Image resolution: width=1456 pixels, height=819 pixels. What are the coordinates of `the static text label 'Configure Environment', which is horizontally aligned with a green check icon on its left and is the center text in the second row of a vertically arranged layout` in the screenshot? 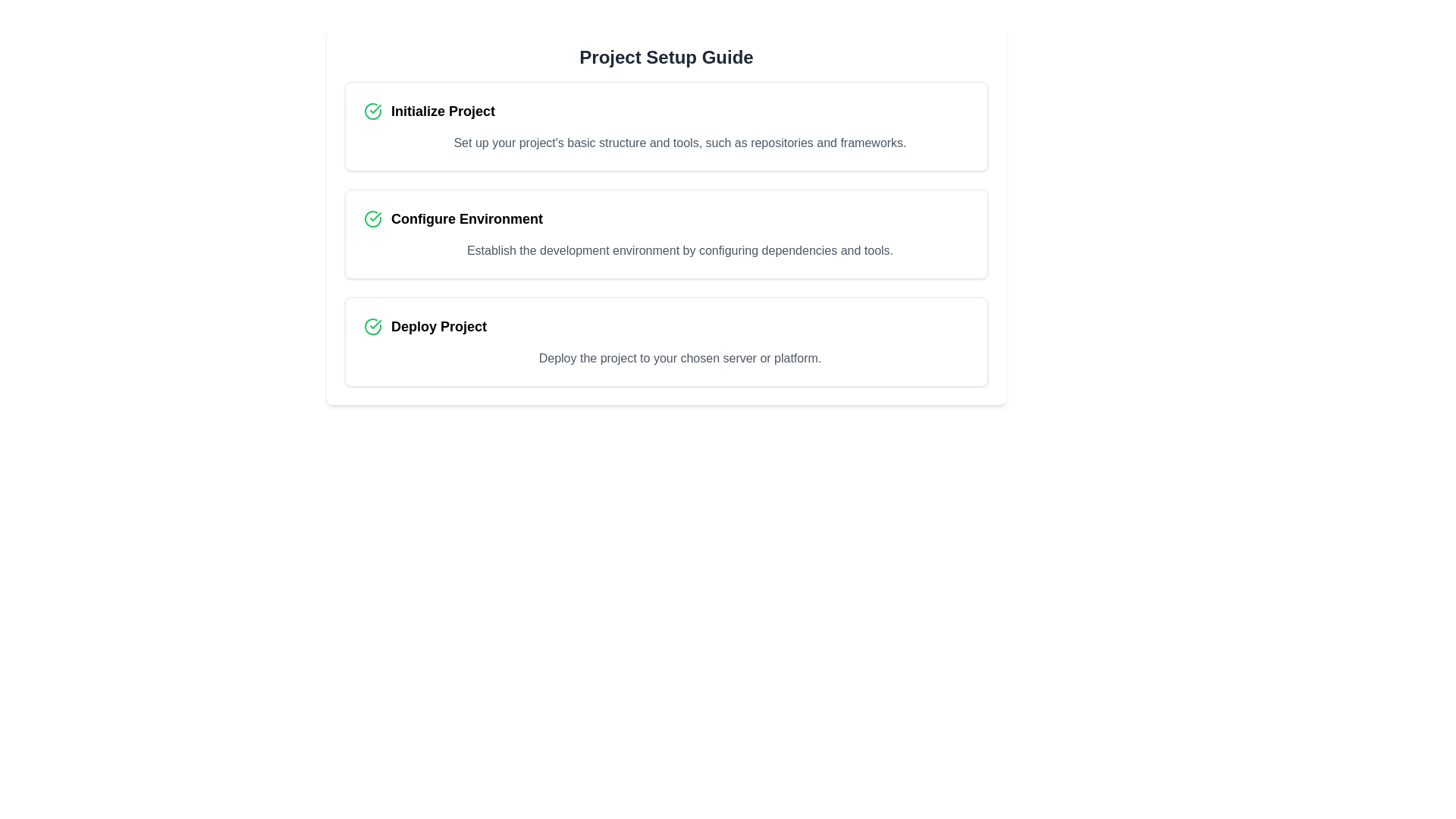 It's located at (466, 219).